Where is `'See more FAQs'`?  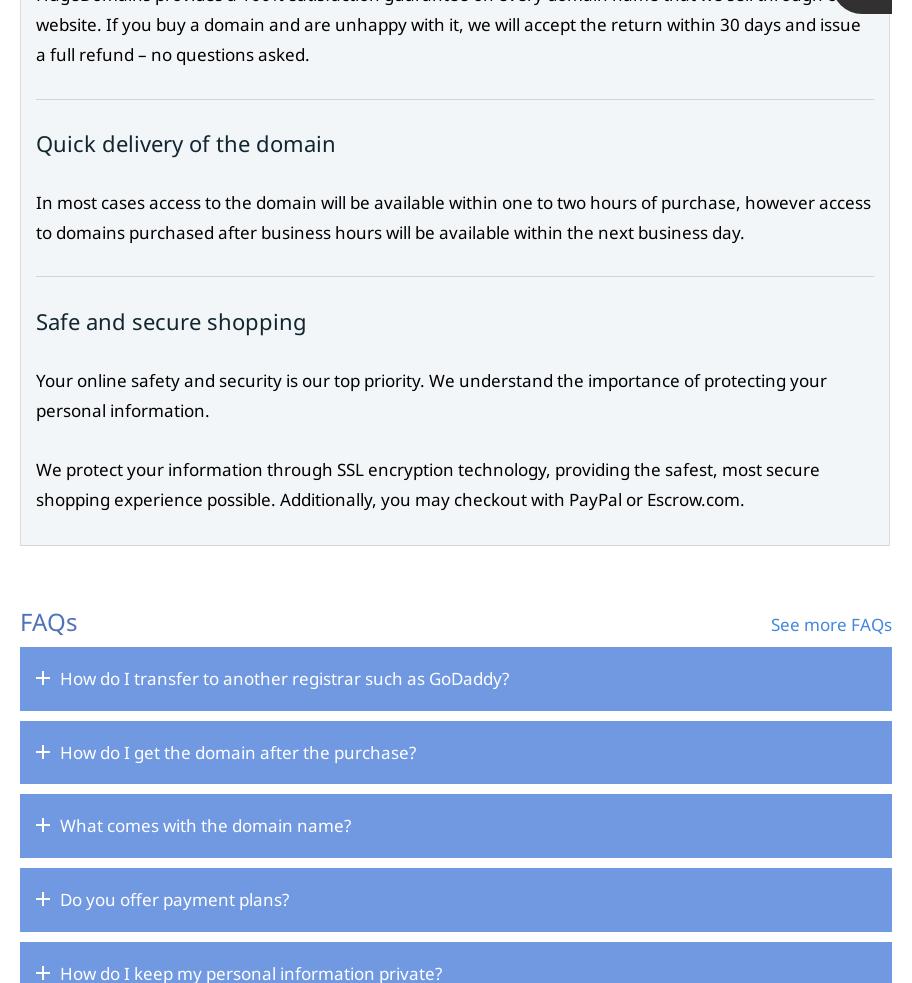
'See more FAQs' is located at coordinates (830, 623).